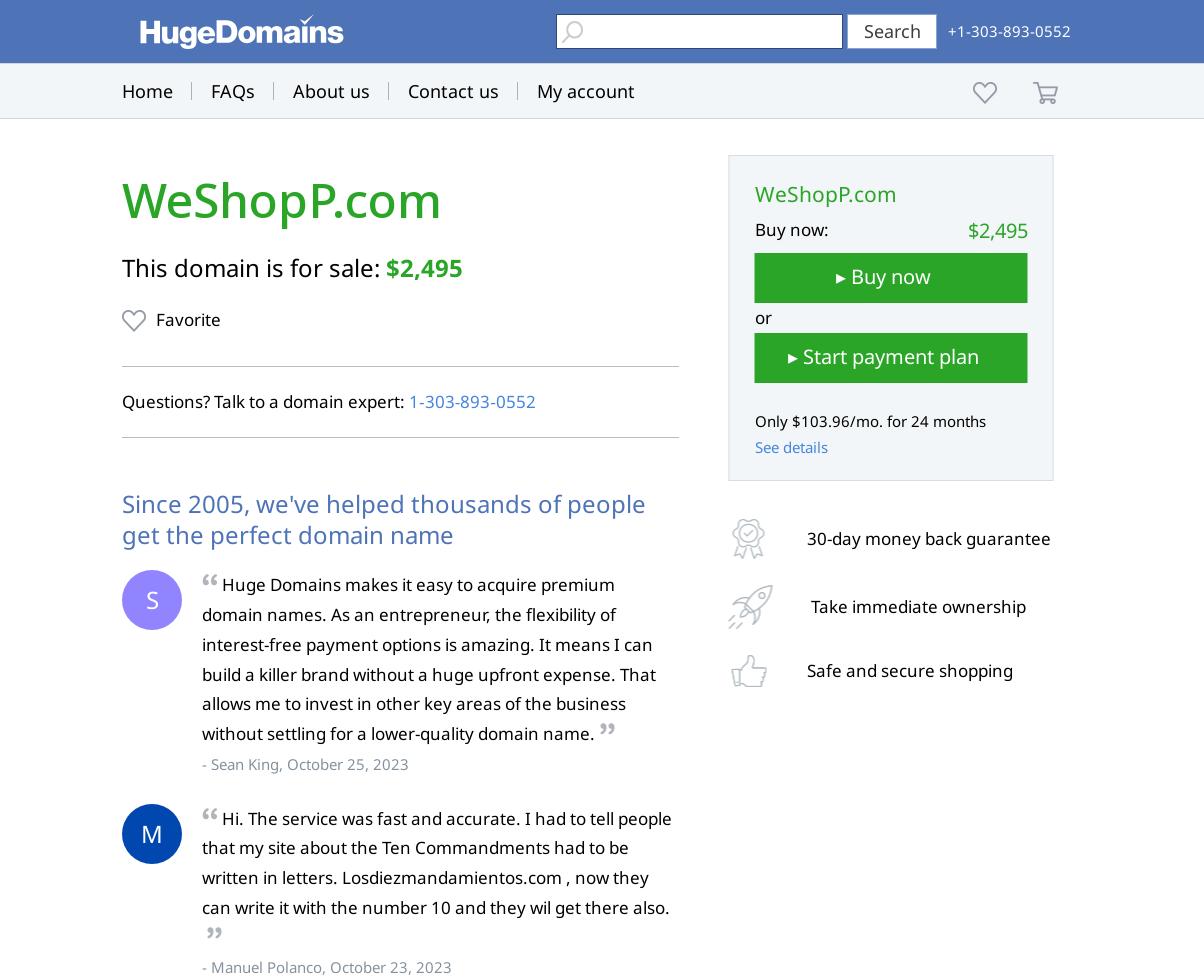  I want to click on 'My account', so click(585, 90).